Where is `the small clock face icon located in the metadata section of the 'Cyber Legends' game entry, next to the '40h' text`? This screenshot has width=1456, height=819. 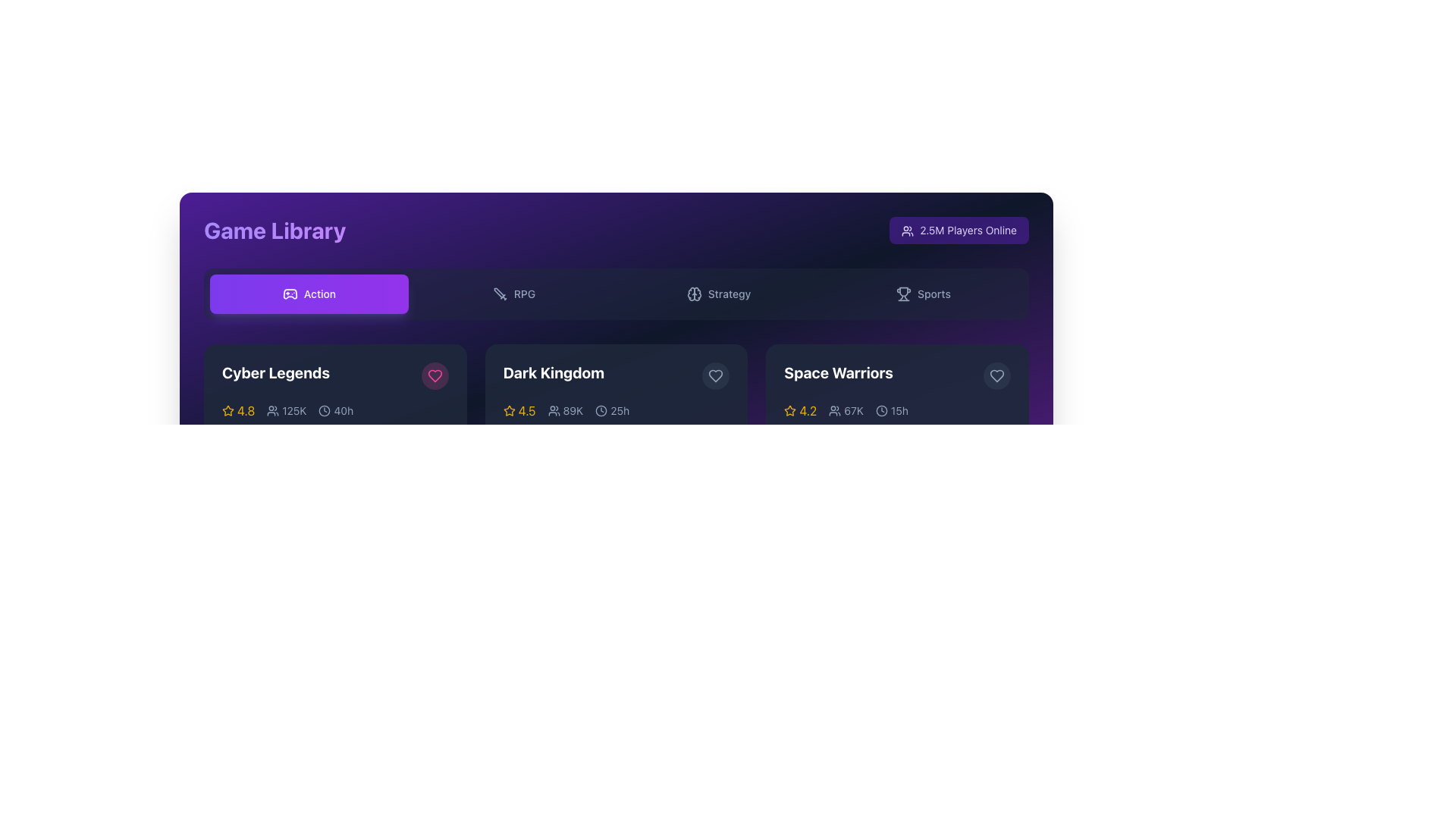
the small clock face icon located in the metadata section of the 'Cyber Legends' game entry, next to the '40h' text is located at coordinates (324, 411).